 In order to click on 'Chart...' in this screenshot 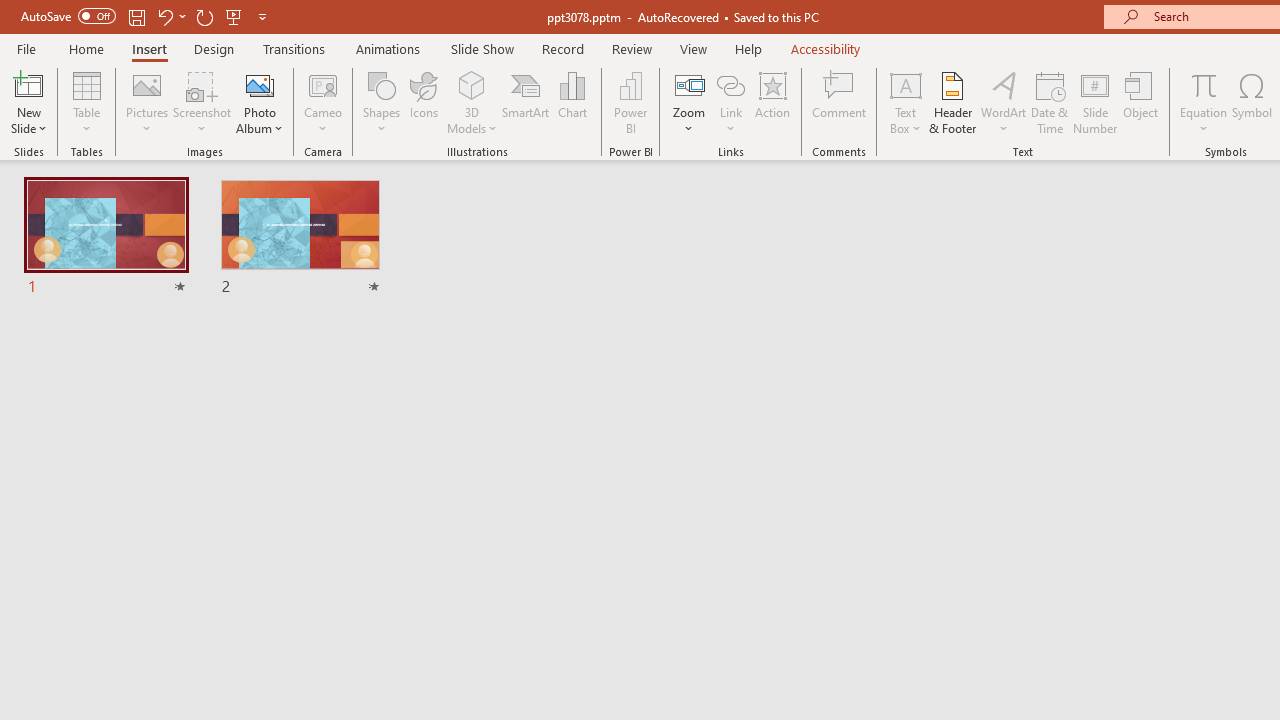, I will do `click(571, 103)`.